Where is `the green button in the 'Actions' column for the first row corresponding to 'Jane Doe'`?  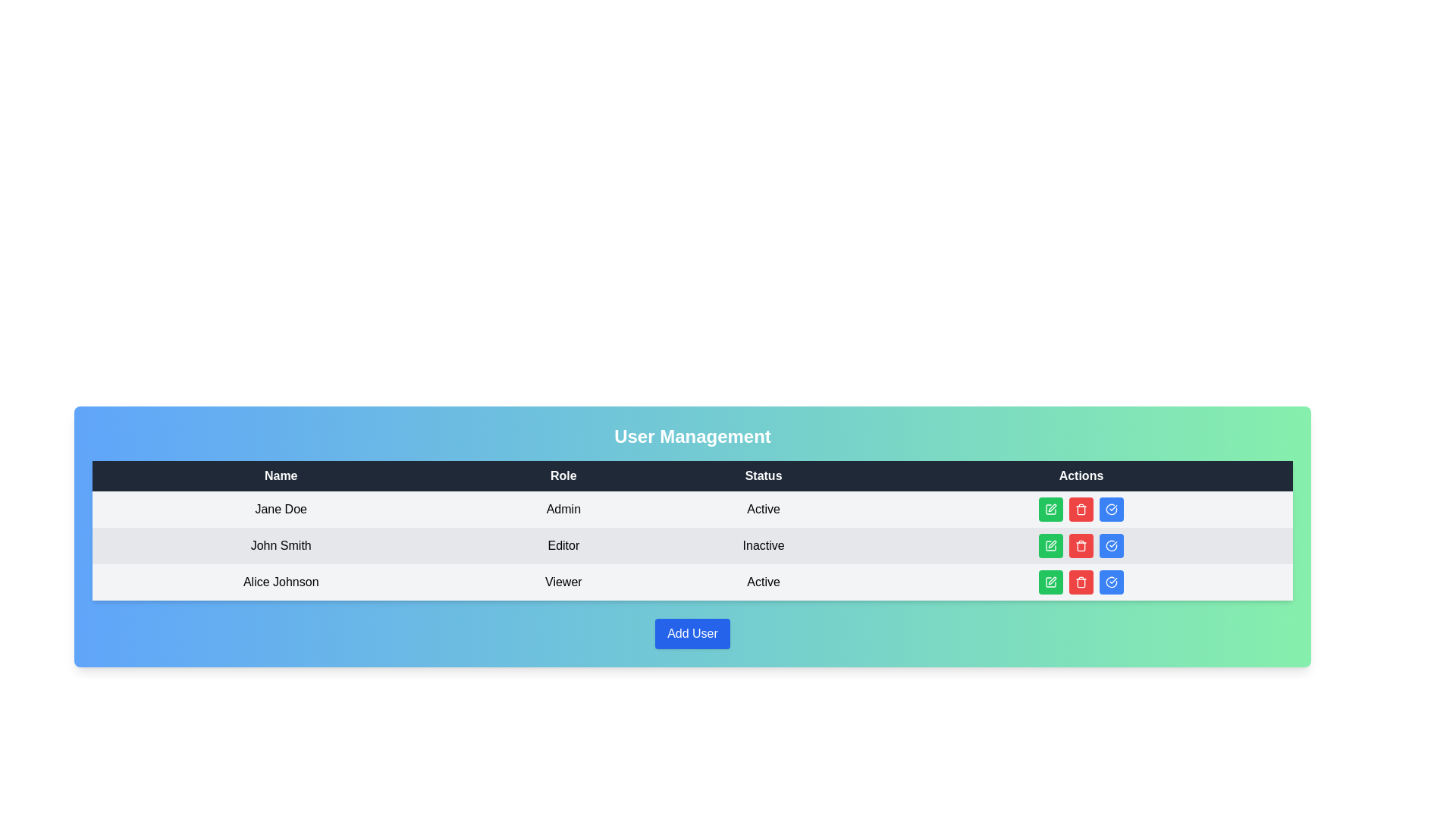
the green button in the 'Actions' column for the first row corresponding to 'Jane Doe' is located at coordinates (1050, 509).